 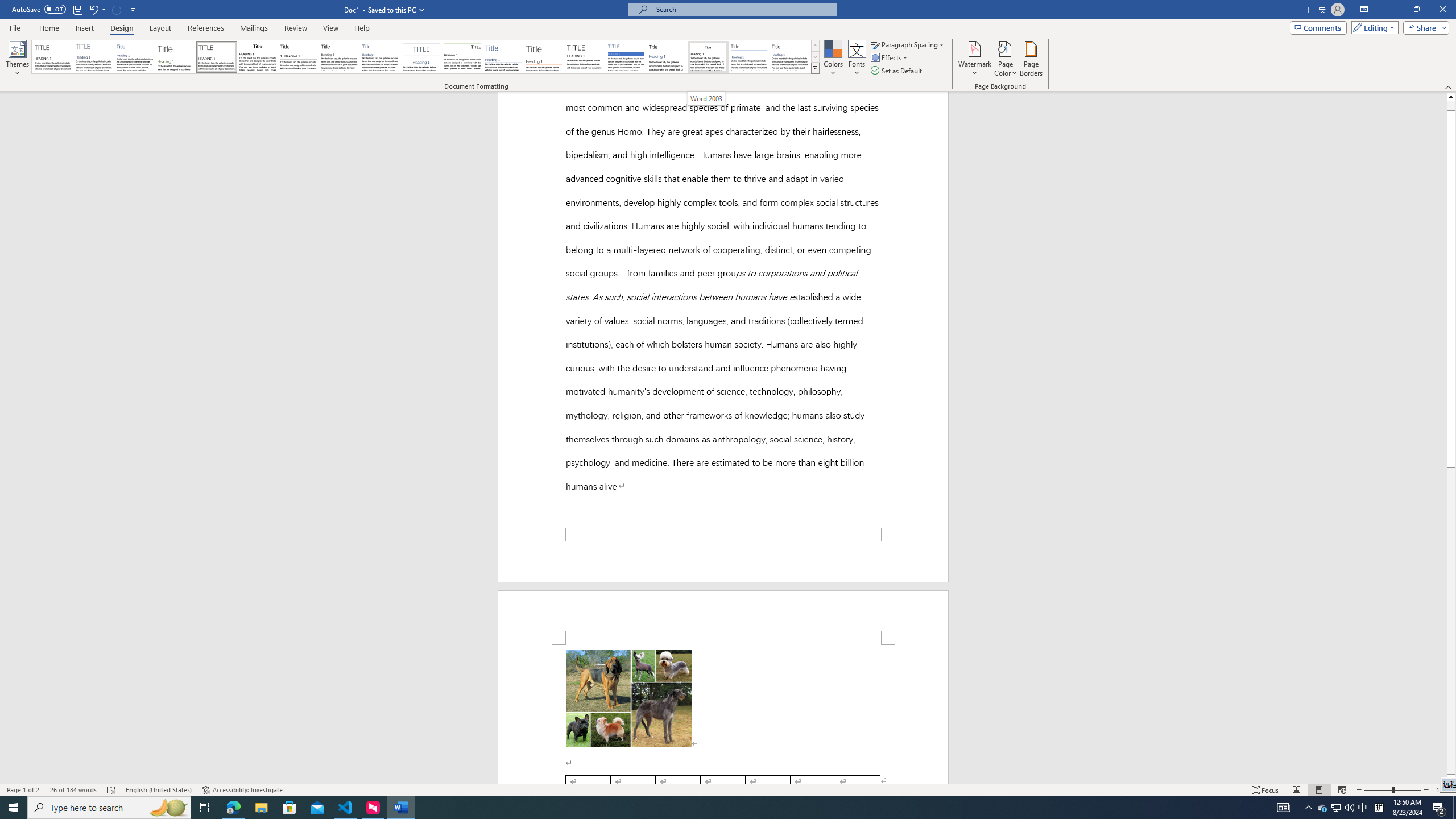 I want to click on 'Can', so click(x=117, y=9).